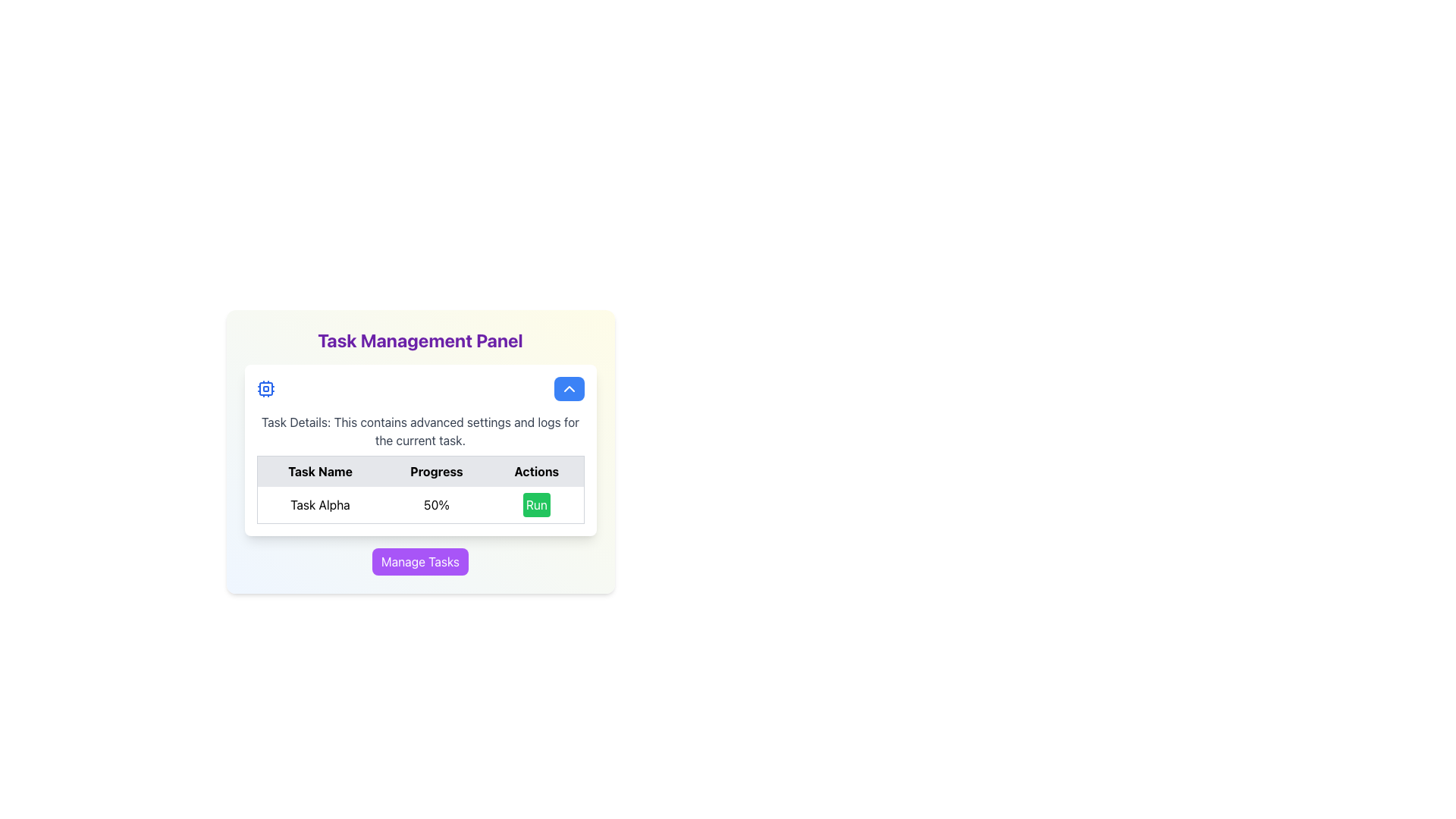 The image size is (1456, 819). Describe the element at coordinates (420, 431) in the screenshot. I see `the static text block that reads 'Task Details: This contains advanced settings and logs for the current task.' which is styled with a gray hue and positioned above the table in the 'Task Management Panel.'` at that location.